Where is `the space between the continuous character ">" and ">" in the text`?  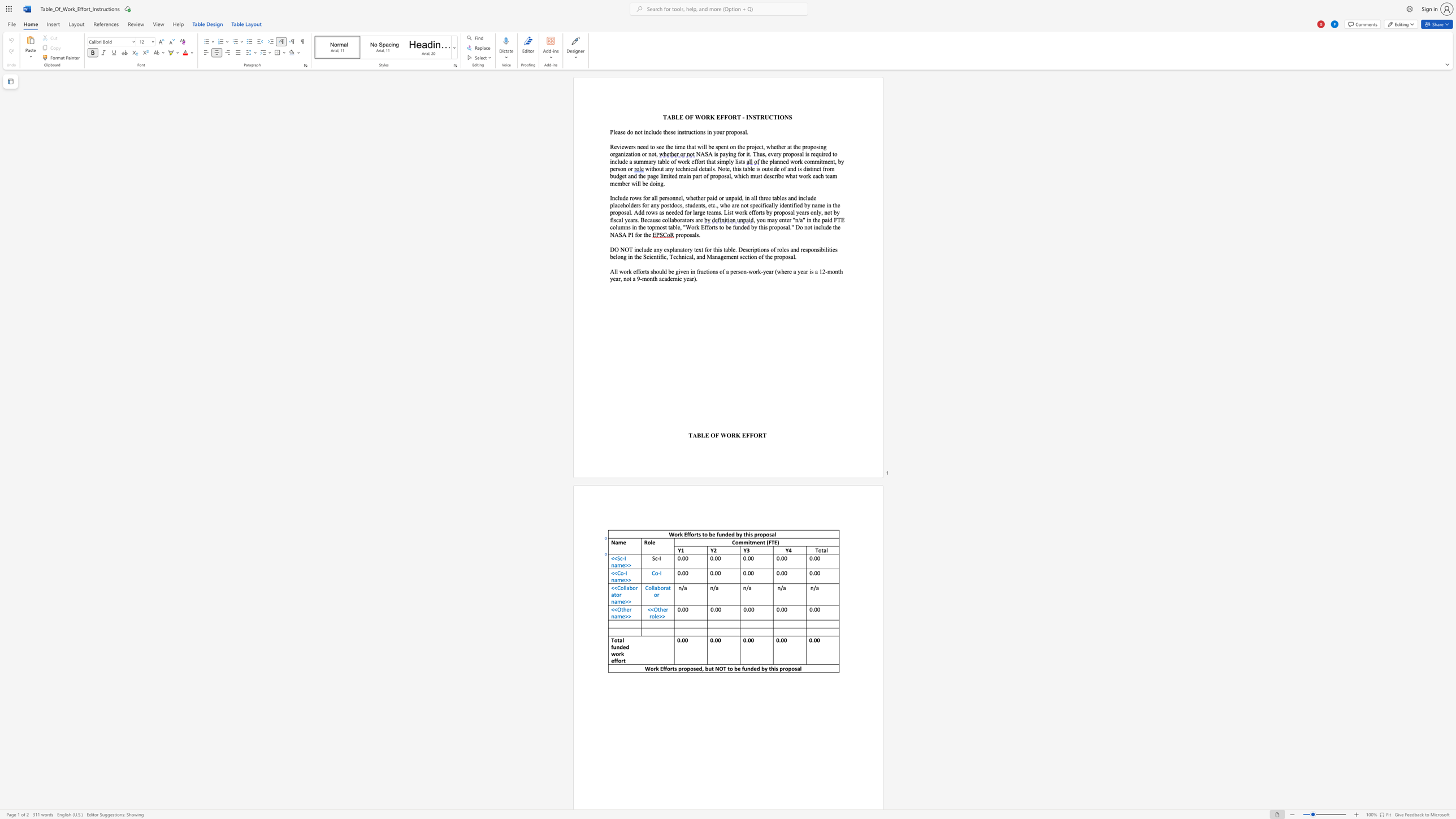 the space between the continuous character ">" and ">" in the text is located at coordinates (628, 564).